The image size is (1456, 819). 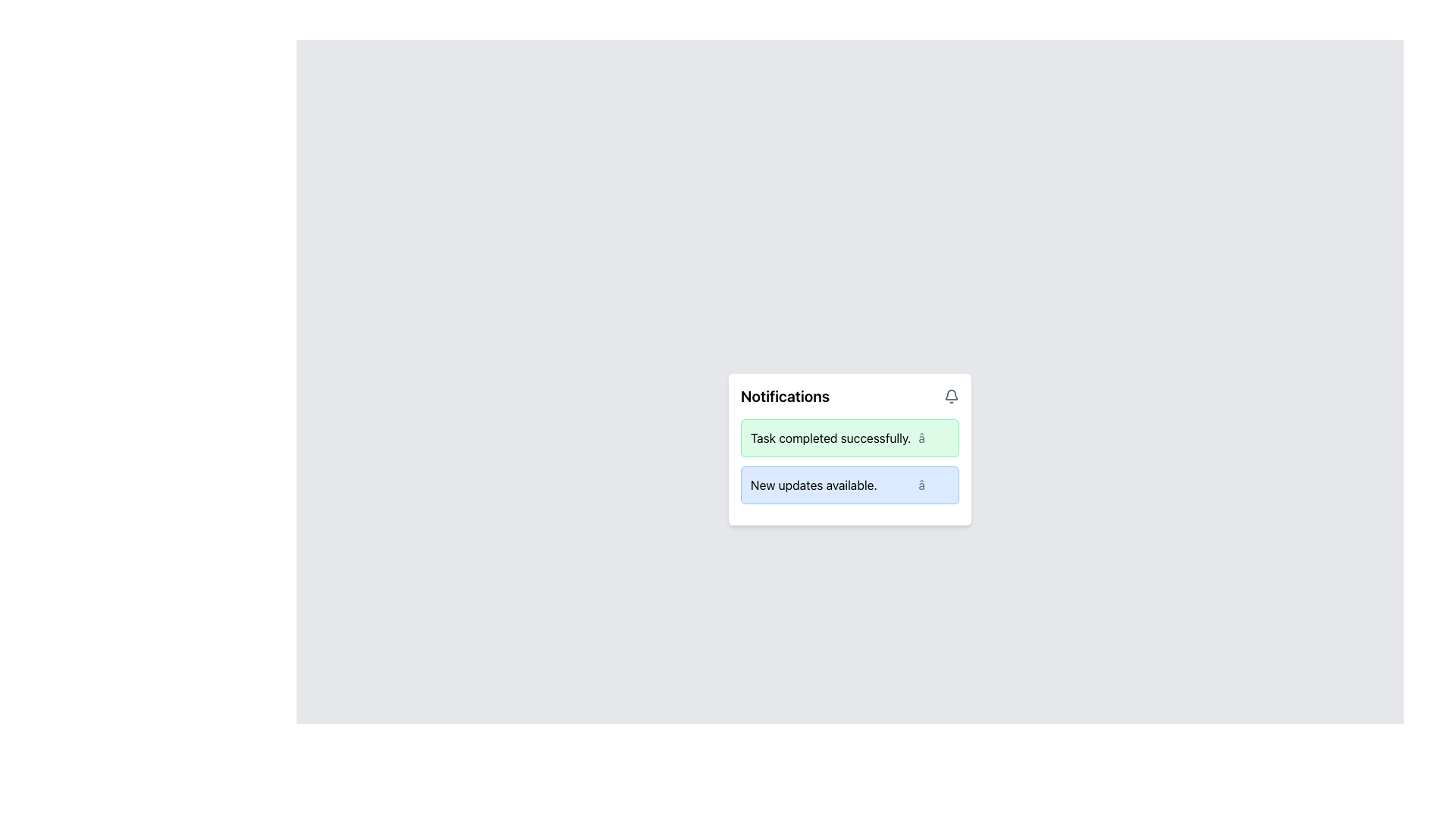 What do you see at coordinates (933, 438) in the screenshot?
I see `the dismiss button located on the right side of the notification message that says 'Task completed successfully'` at bounding box center [933, 438].